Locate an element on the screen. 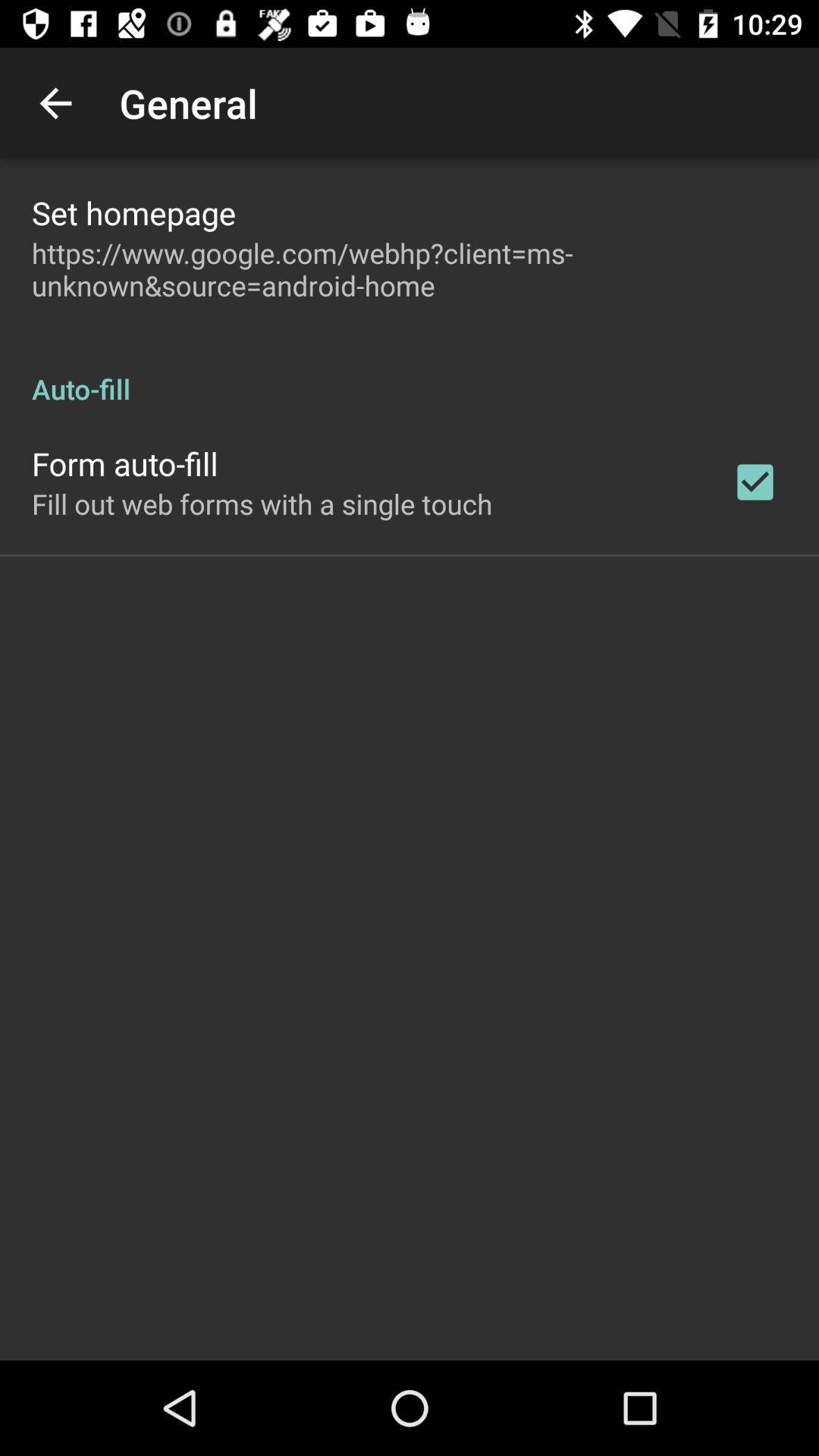 The height and width of the screenshot is (1456, 819). item below form auto-fill app is located at coordinates (261, 504).